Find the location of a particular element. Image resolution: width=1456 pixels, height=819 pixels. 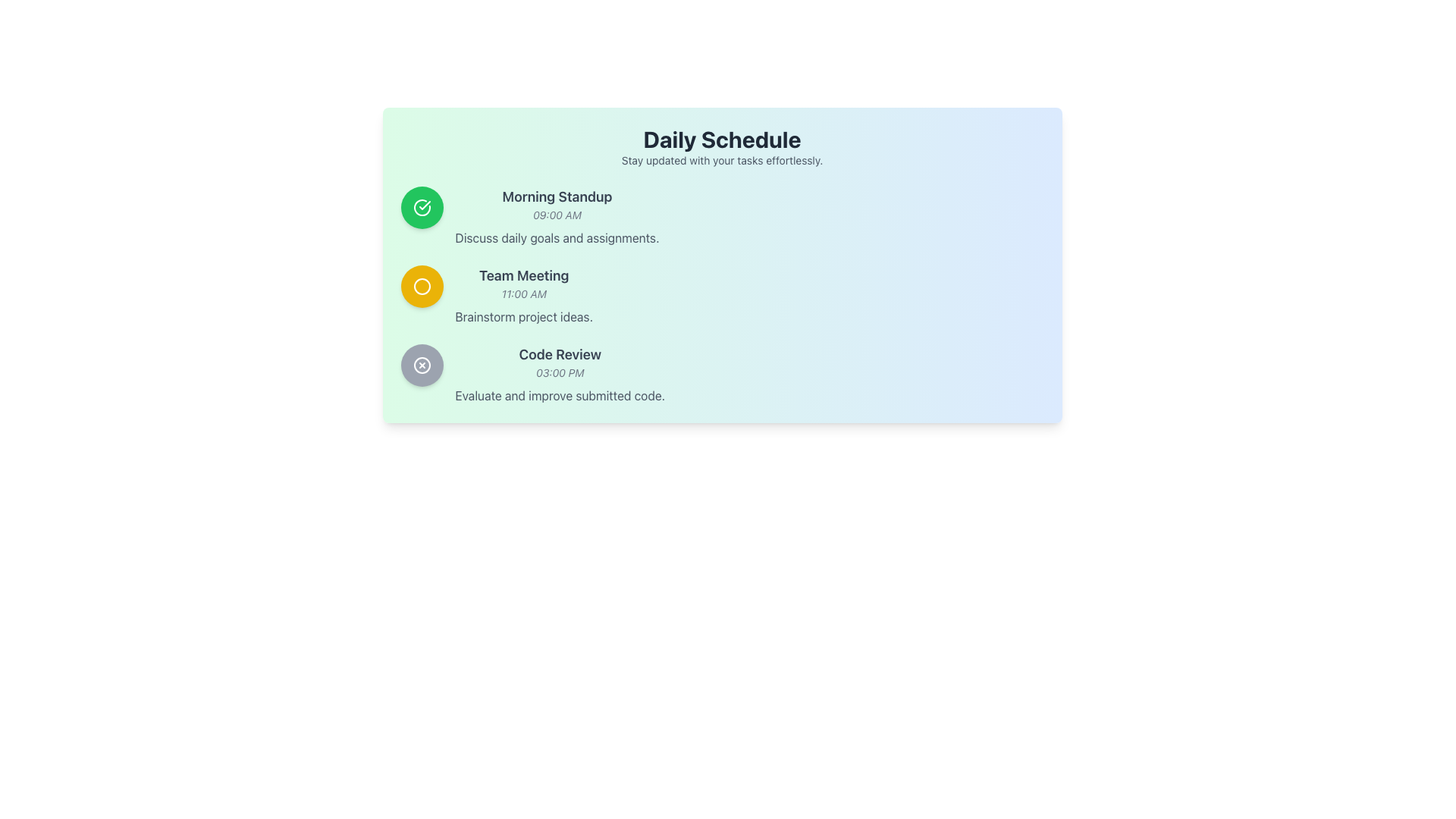

the checkmark icon indicating the completion of the 'Morning Standup' task, which is visually represented within the green circular icon preceding the text in the schedule card is located at coordinates (425, 205).